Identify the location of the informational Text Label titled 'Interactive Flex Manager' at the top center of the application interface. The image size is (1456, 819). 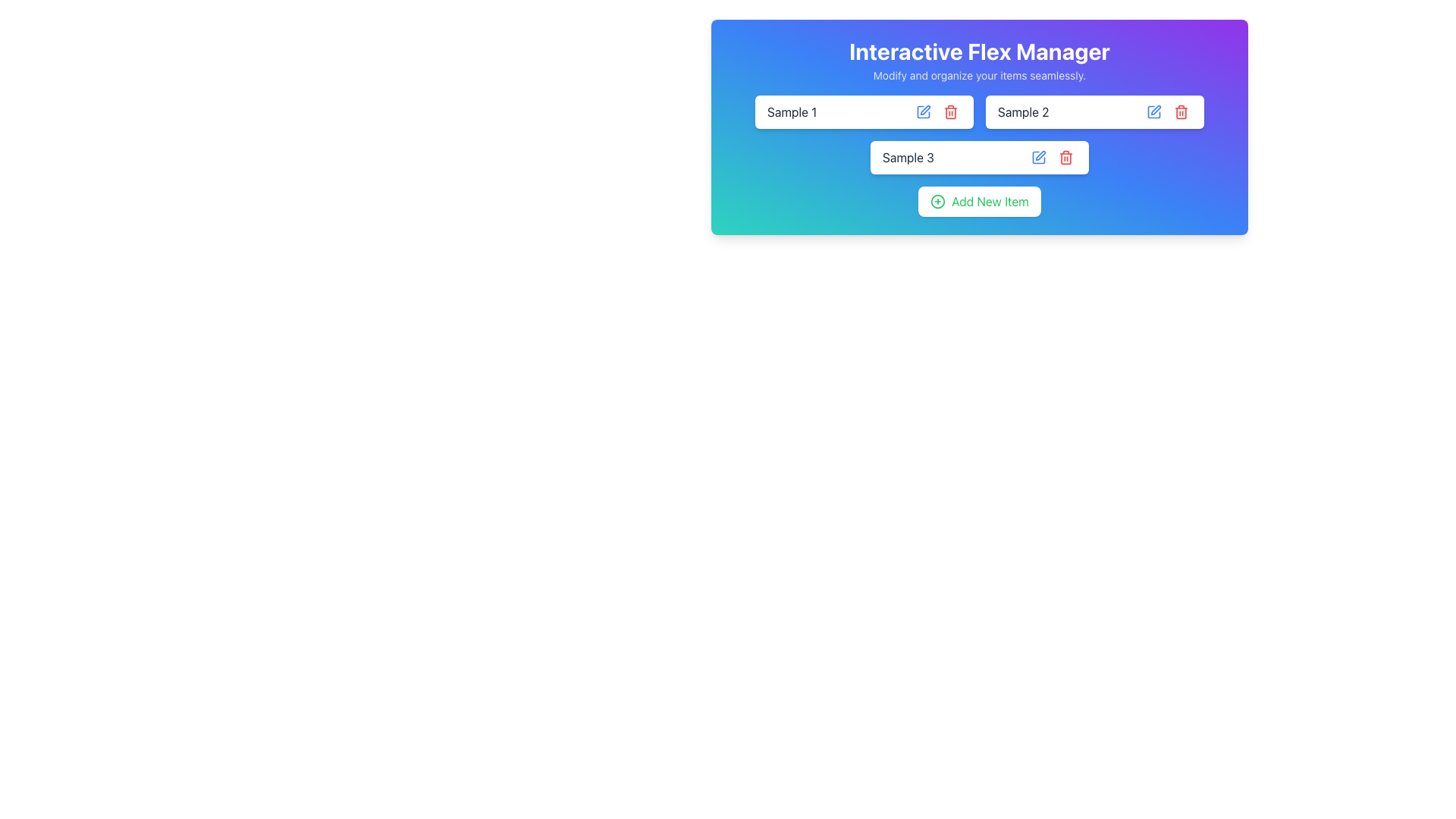
(979, 51).